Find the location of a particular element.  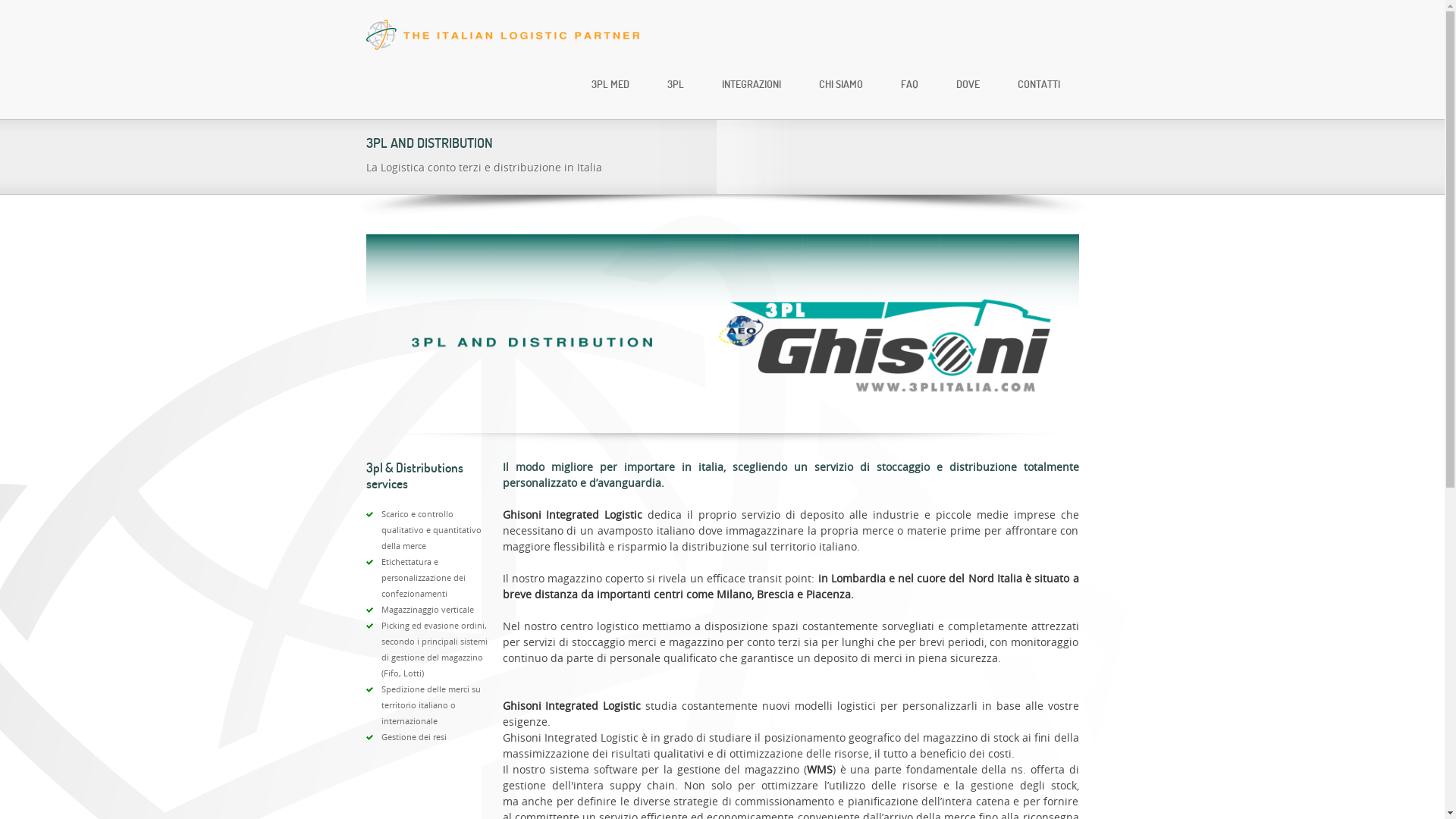

'DOVE' is located at coordinates (967, 83).